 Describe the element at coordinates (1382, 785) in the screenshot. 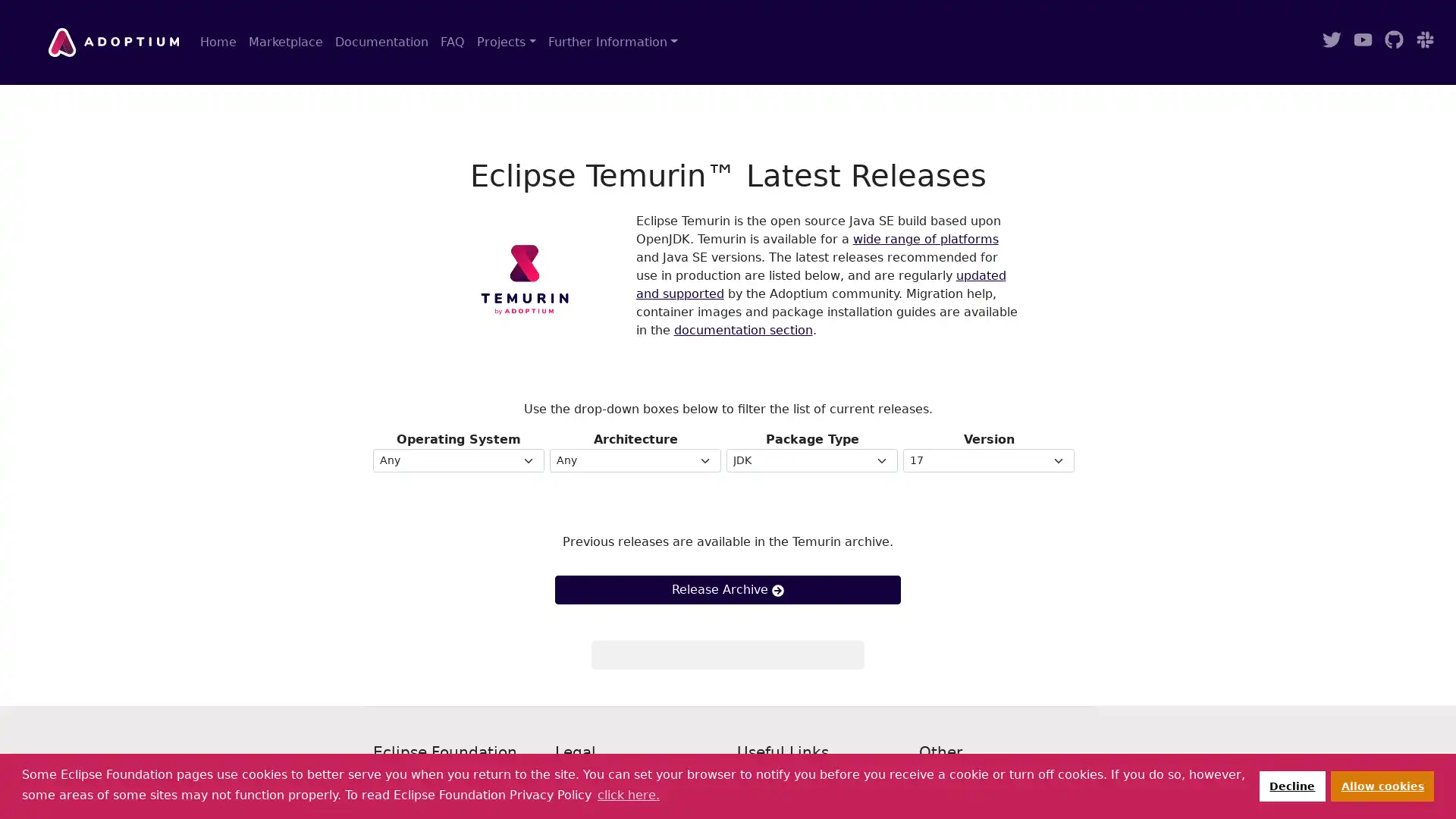

I see `allow cookies` at that location.